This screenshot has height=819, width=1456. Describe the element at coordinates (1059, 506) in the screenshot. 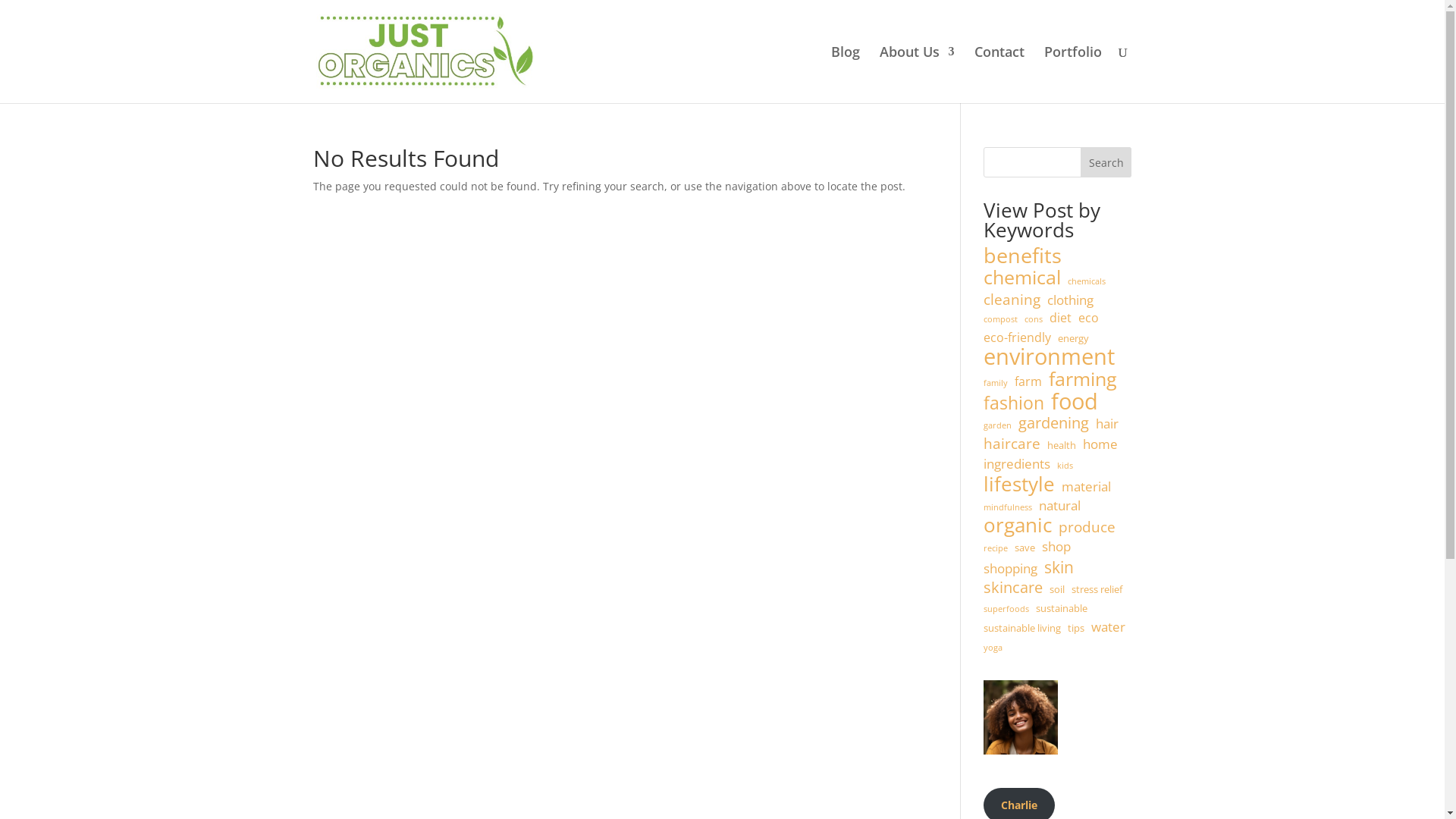

I see `'natural'` at that location.